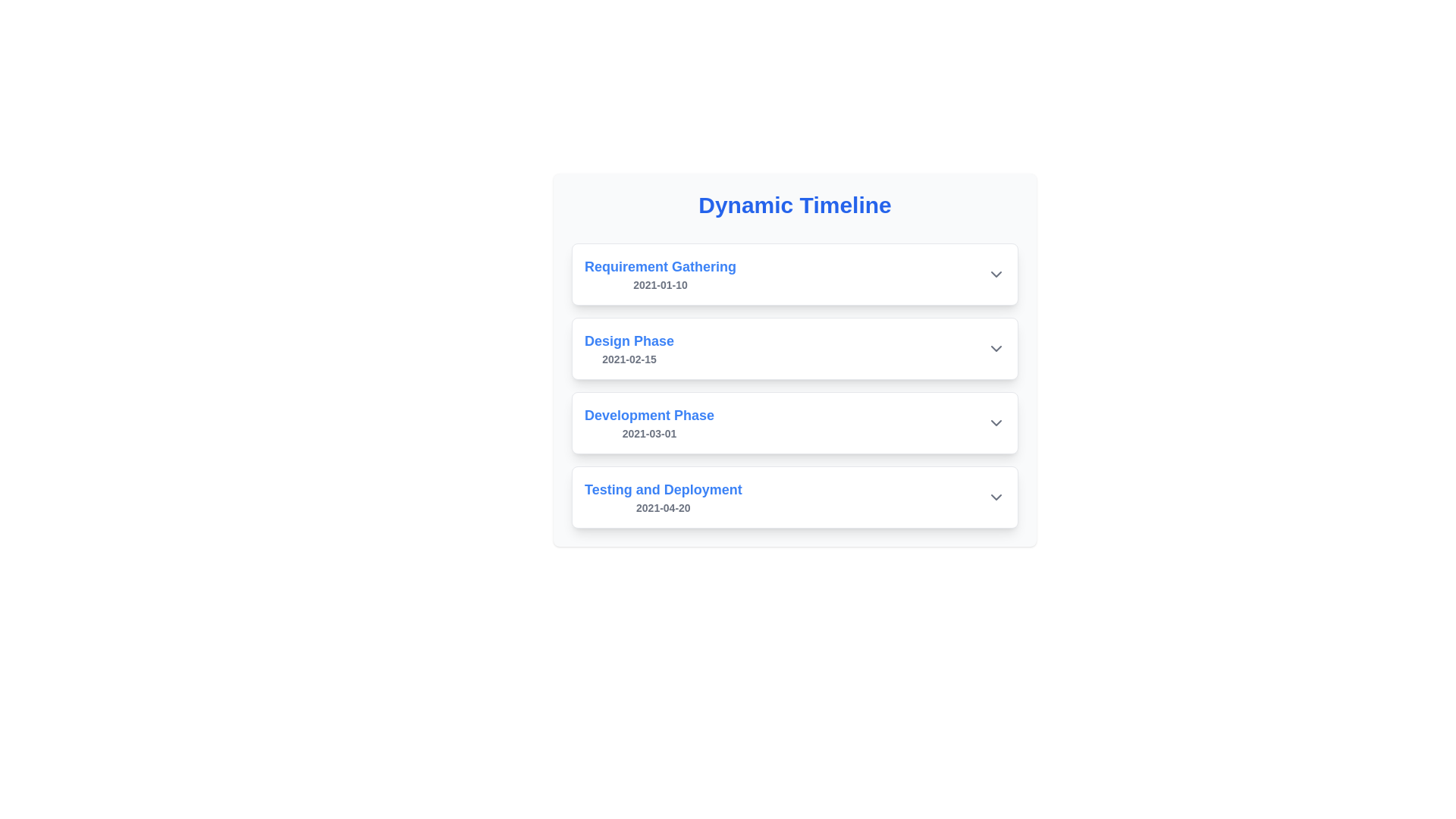 This screenshot has width=1456, height=819. I want to click on text component displaying 'Testing and Deployment' styled in blue, located in a vertical list below 'Development Phase / 2021-03-01' and above a downward-pointing chevron icon, so click(663, 497).